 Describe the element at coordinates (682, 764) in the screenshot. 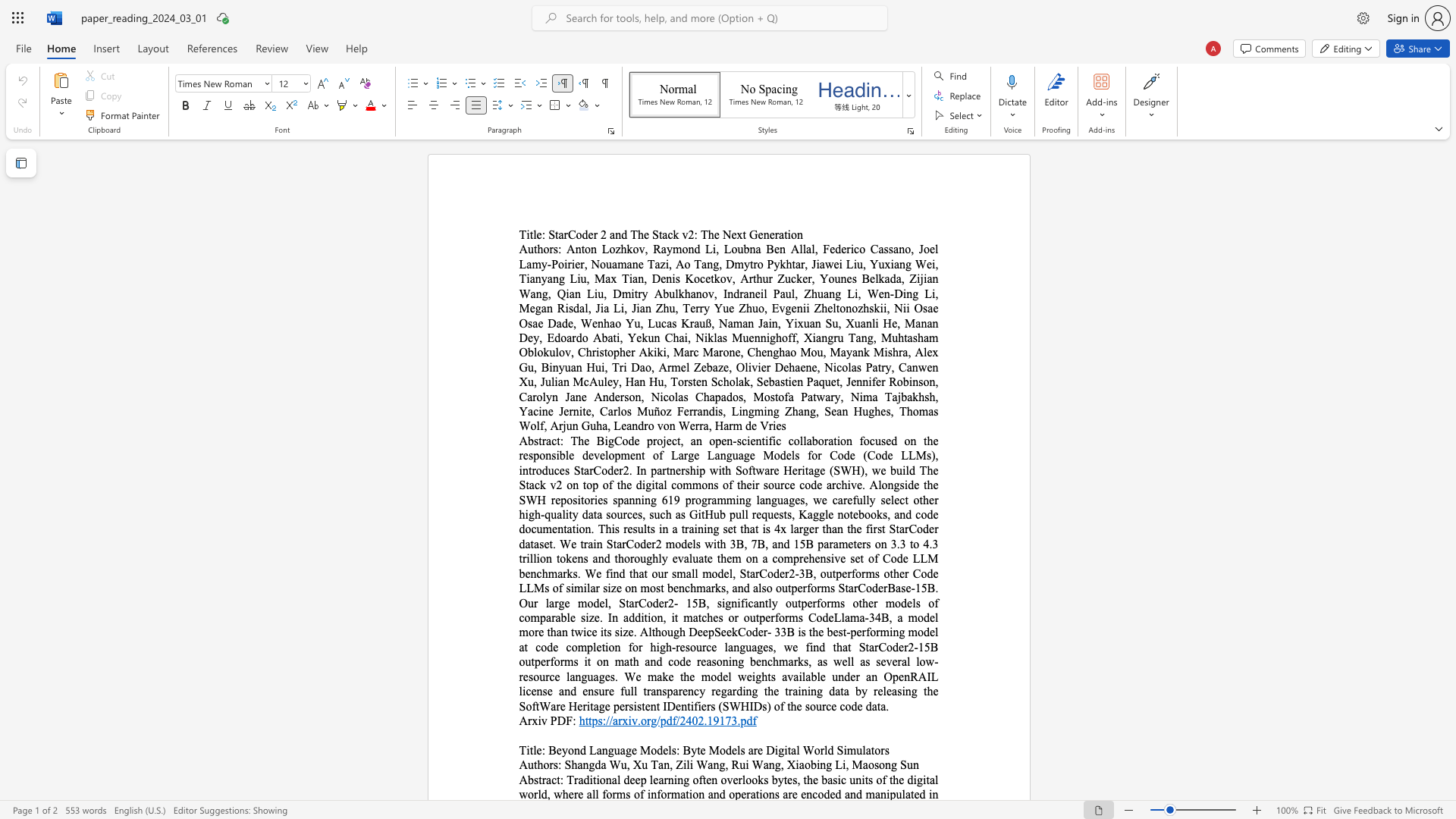

I see `the subset text "il" within the text "Zili Wang,"` at that location.